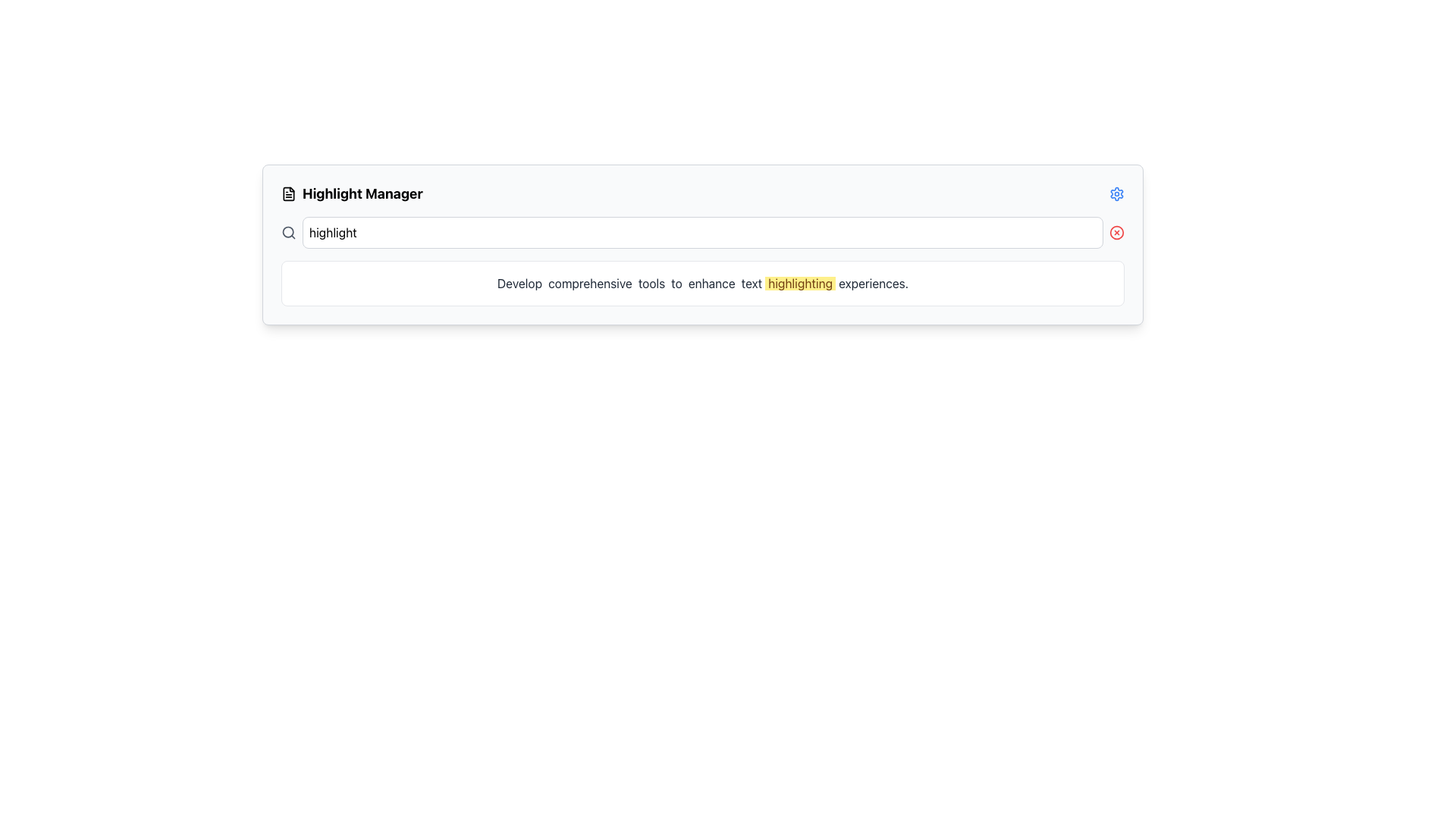  What do you see at coordinates (701, 284) in the screenshot?
I see `the Text Display Box that contains the message 'Develop comprehensive tools to enhance text highlighting experiences.' with emphasized word 'highlighting'` at bounding box center [701, 284].